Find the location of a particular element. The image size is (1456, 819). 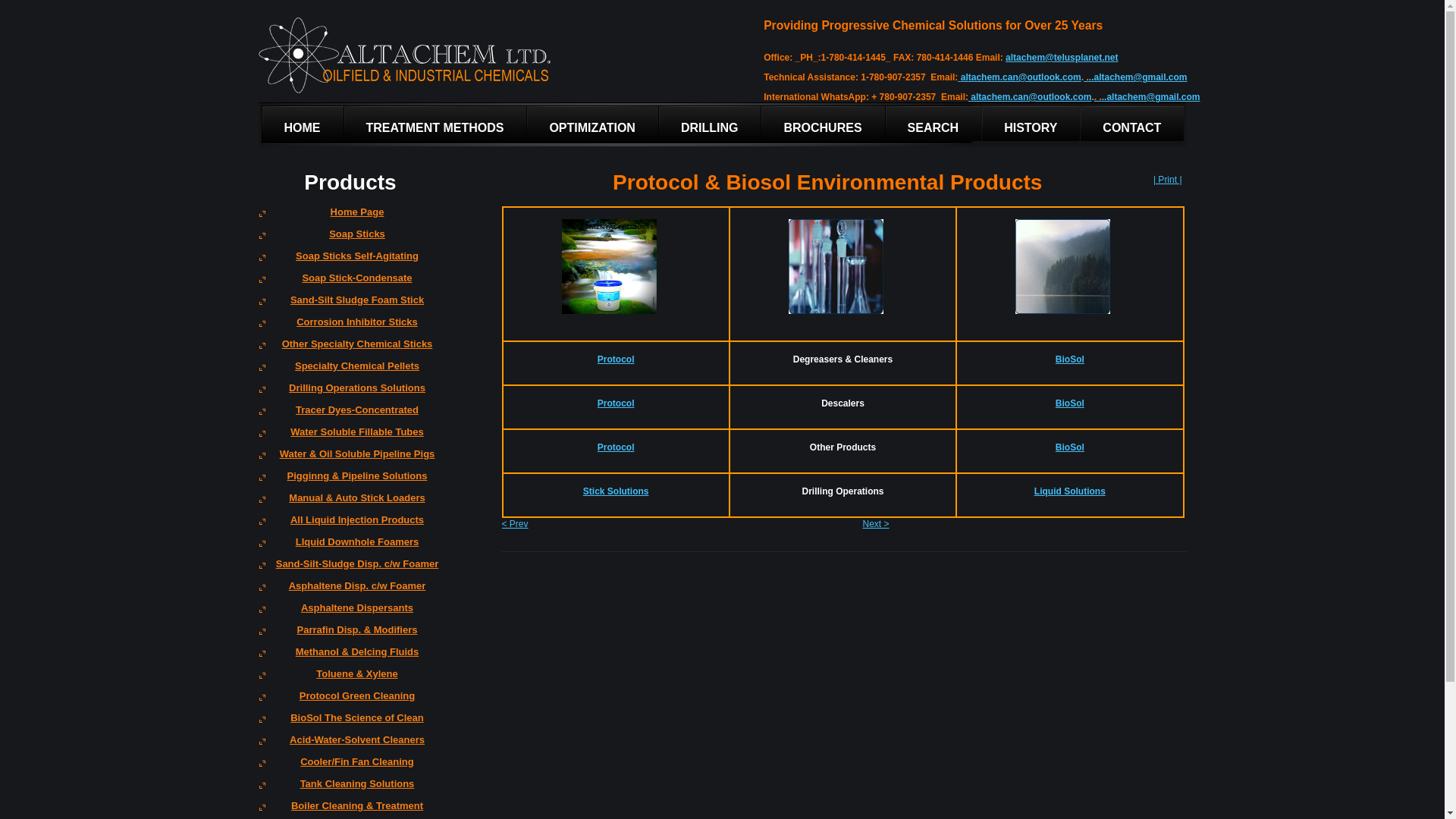

'..altachem@gmail.com' is located at coordinates (1138, 77).